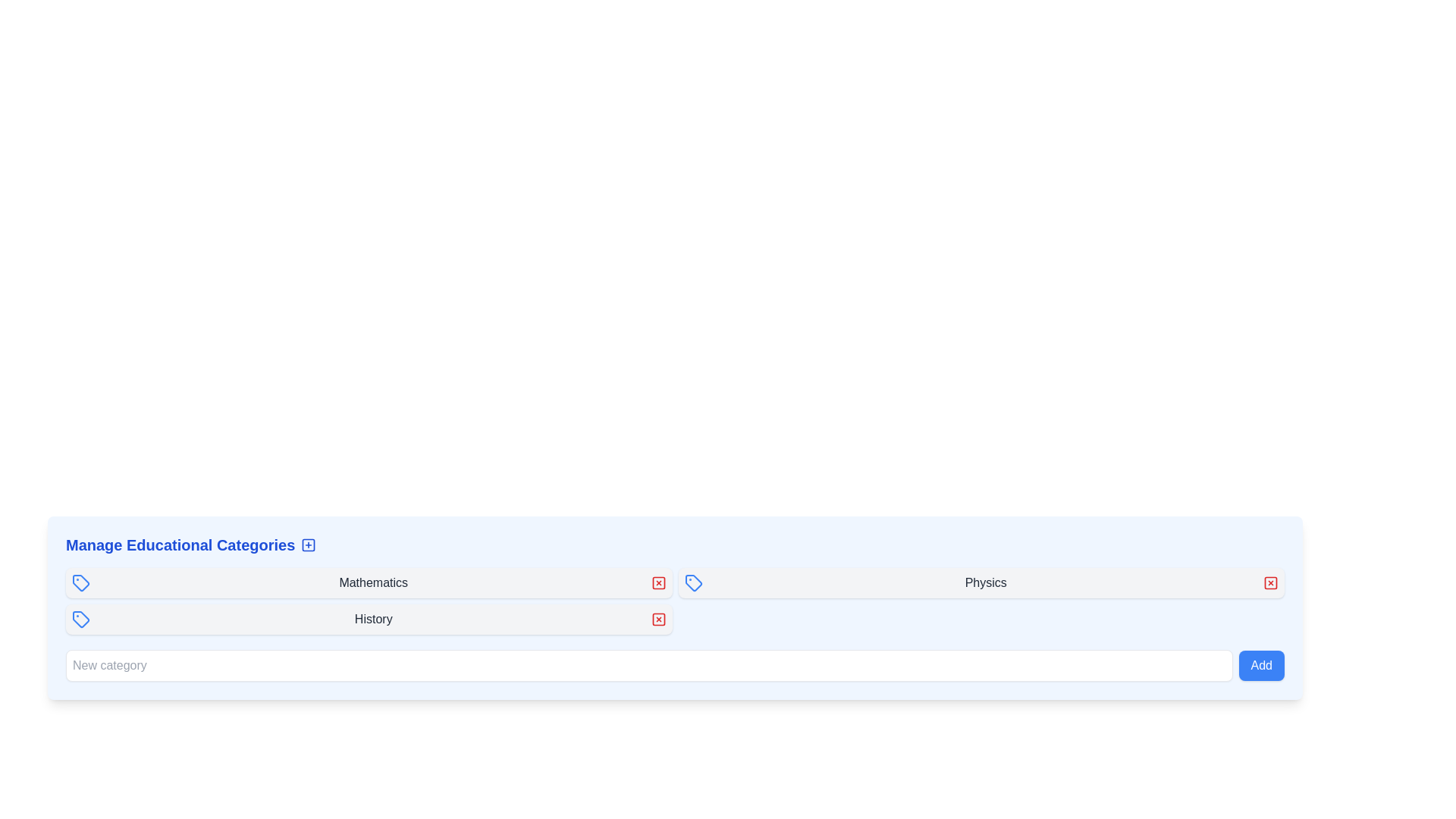 The width and height of the screenshot is (1456, 819). What do you see at coordinates (674, 665) in the screenshot?
I see `the 'Add' button located at the bottom right of the 'Manage Educational Categories' section` at bounding box center [674, 665].